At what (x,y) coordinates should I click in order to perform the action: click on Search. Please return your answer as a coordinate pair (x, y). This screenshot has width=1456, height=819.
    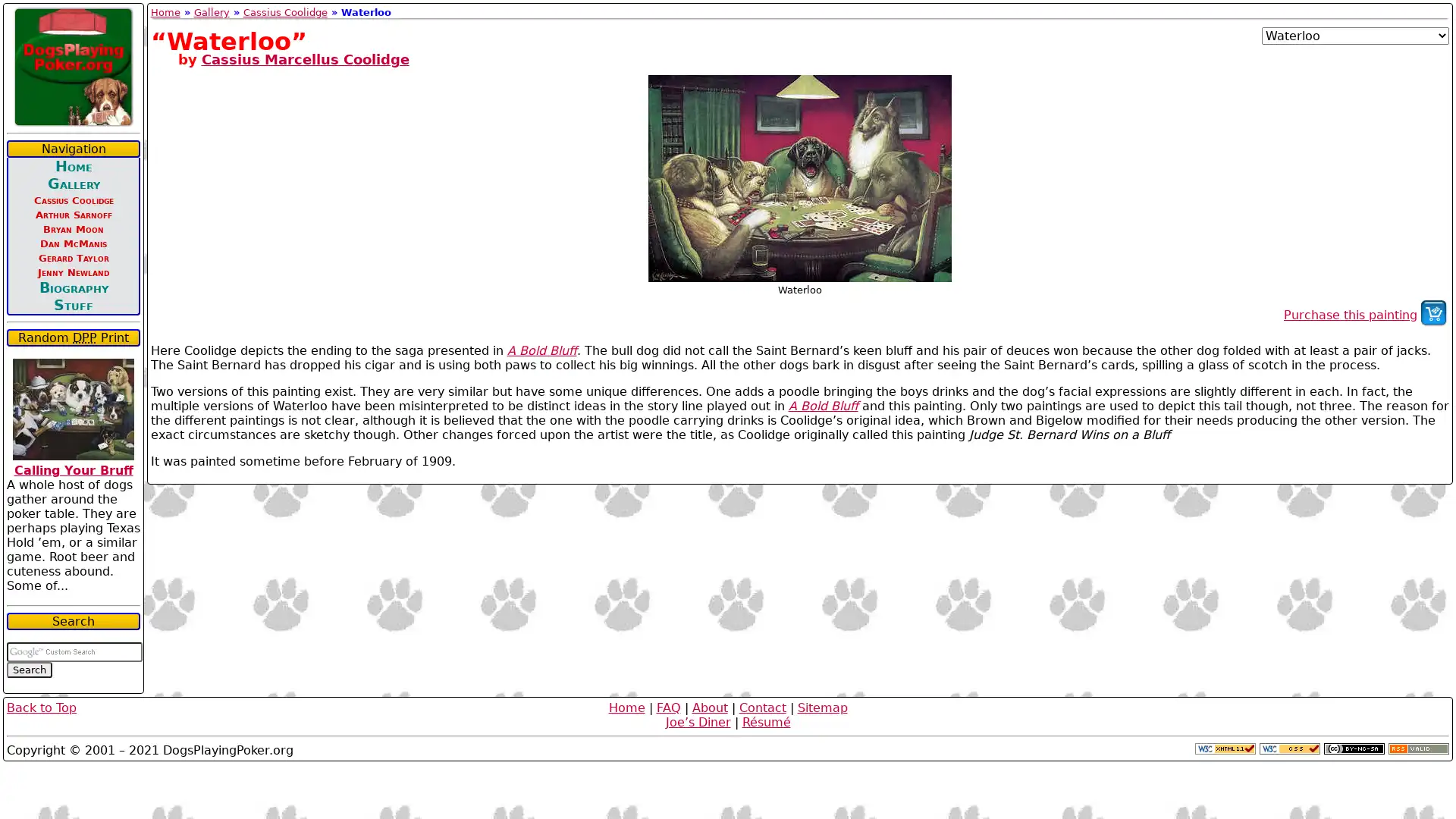
    Looking at the image, I should click on (29, 669).